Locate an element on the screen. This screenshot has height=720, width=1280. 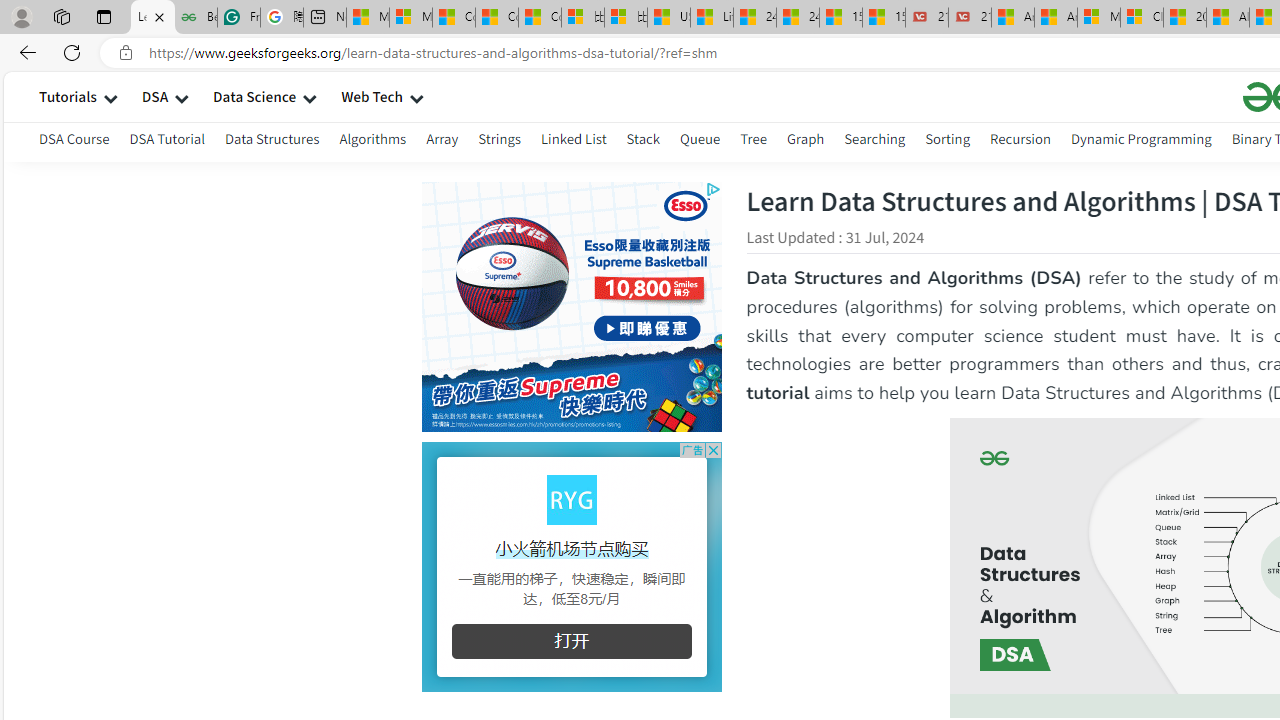
'DSA Course' is located at coordinates (74, 141).